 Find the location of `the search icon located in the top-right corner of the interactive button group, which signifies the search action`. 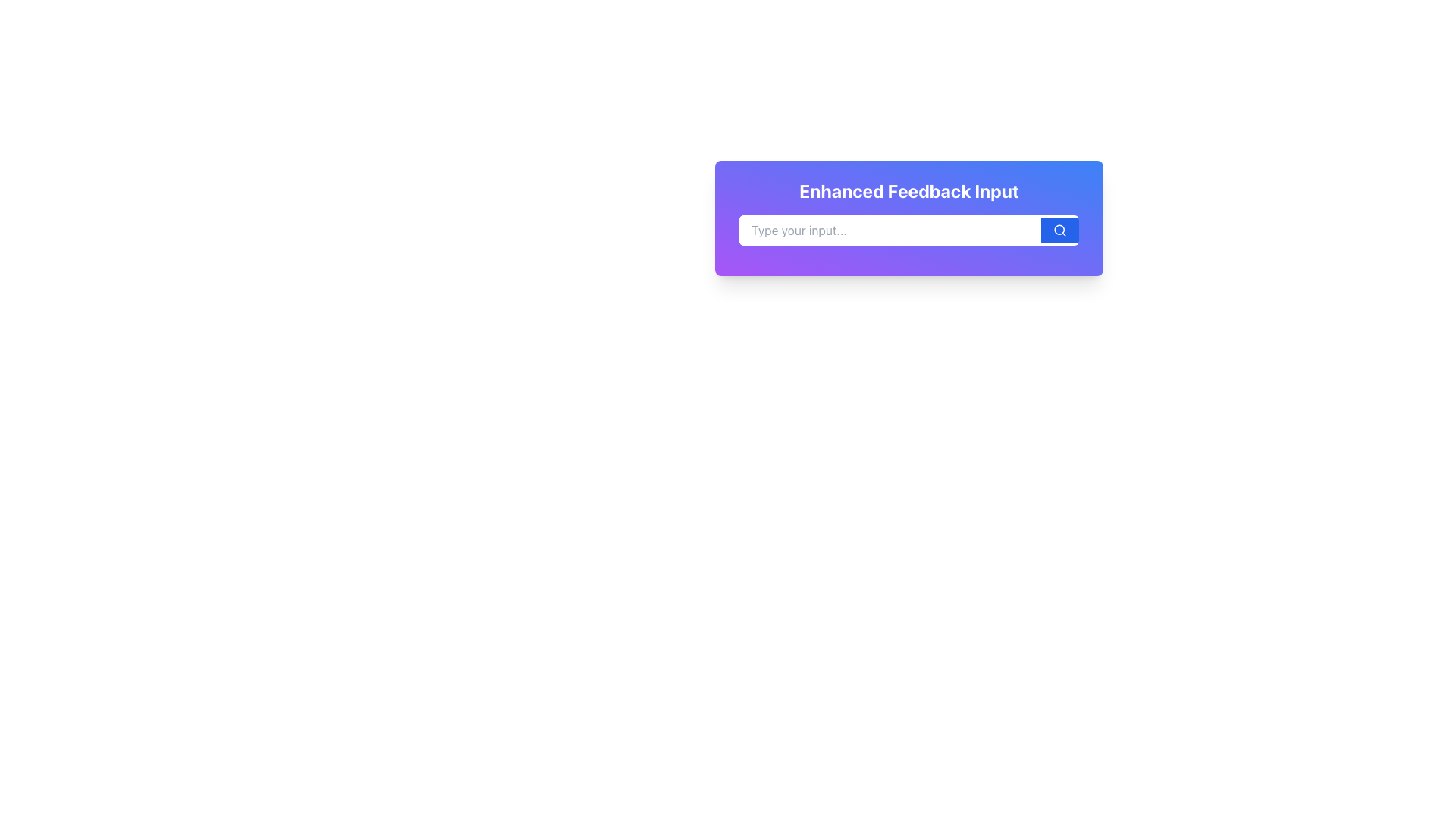

the search icon located in the top-right corner of the interactive button group, which signifies the search action is located at coordinates (1059, 231).